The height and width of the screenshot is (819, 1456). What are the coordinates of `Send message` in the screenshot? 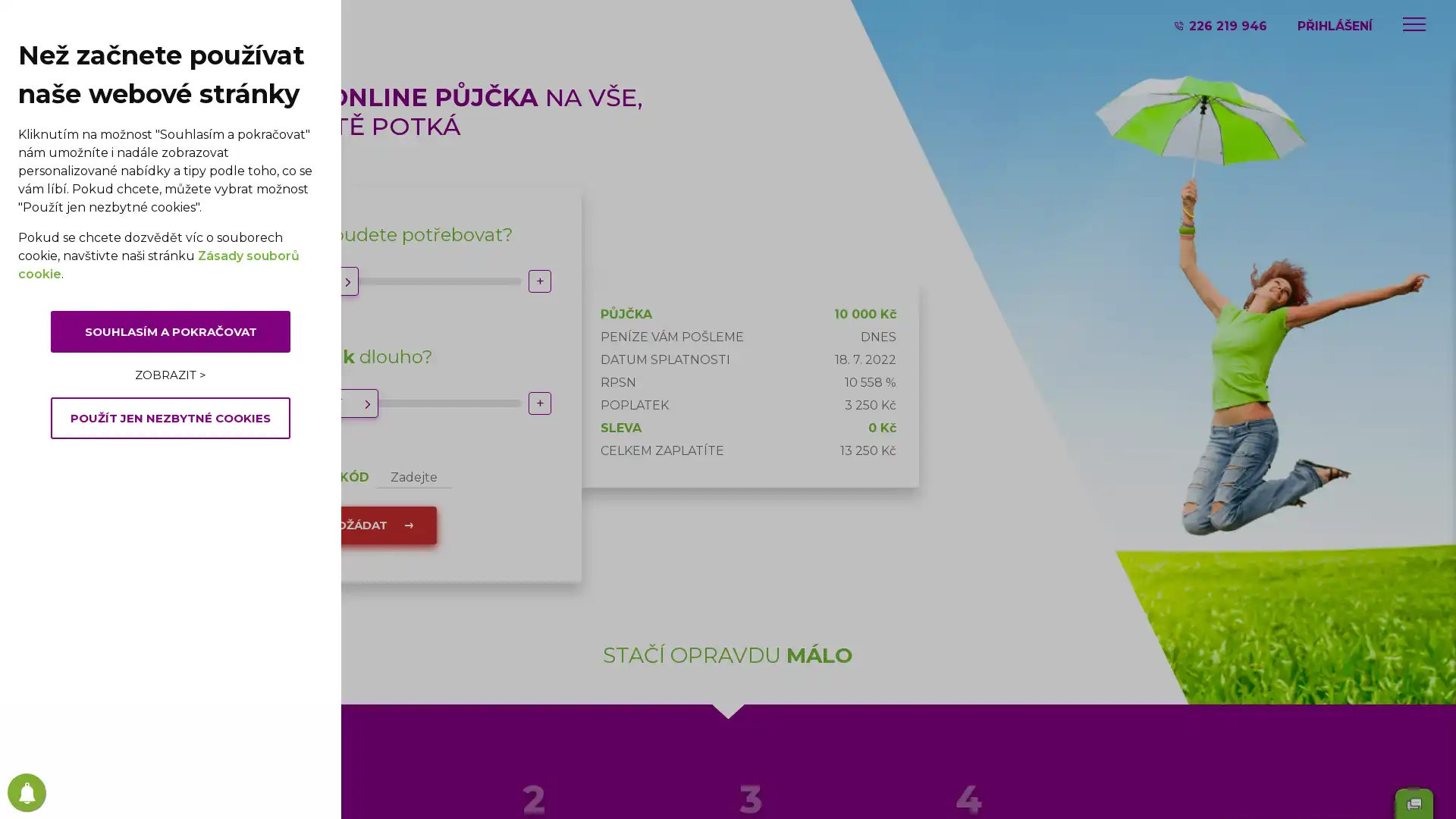 It's located at (1415, 794).